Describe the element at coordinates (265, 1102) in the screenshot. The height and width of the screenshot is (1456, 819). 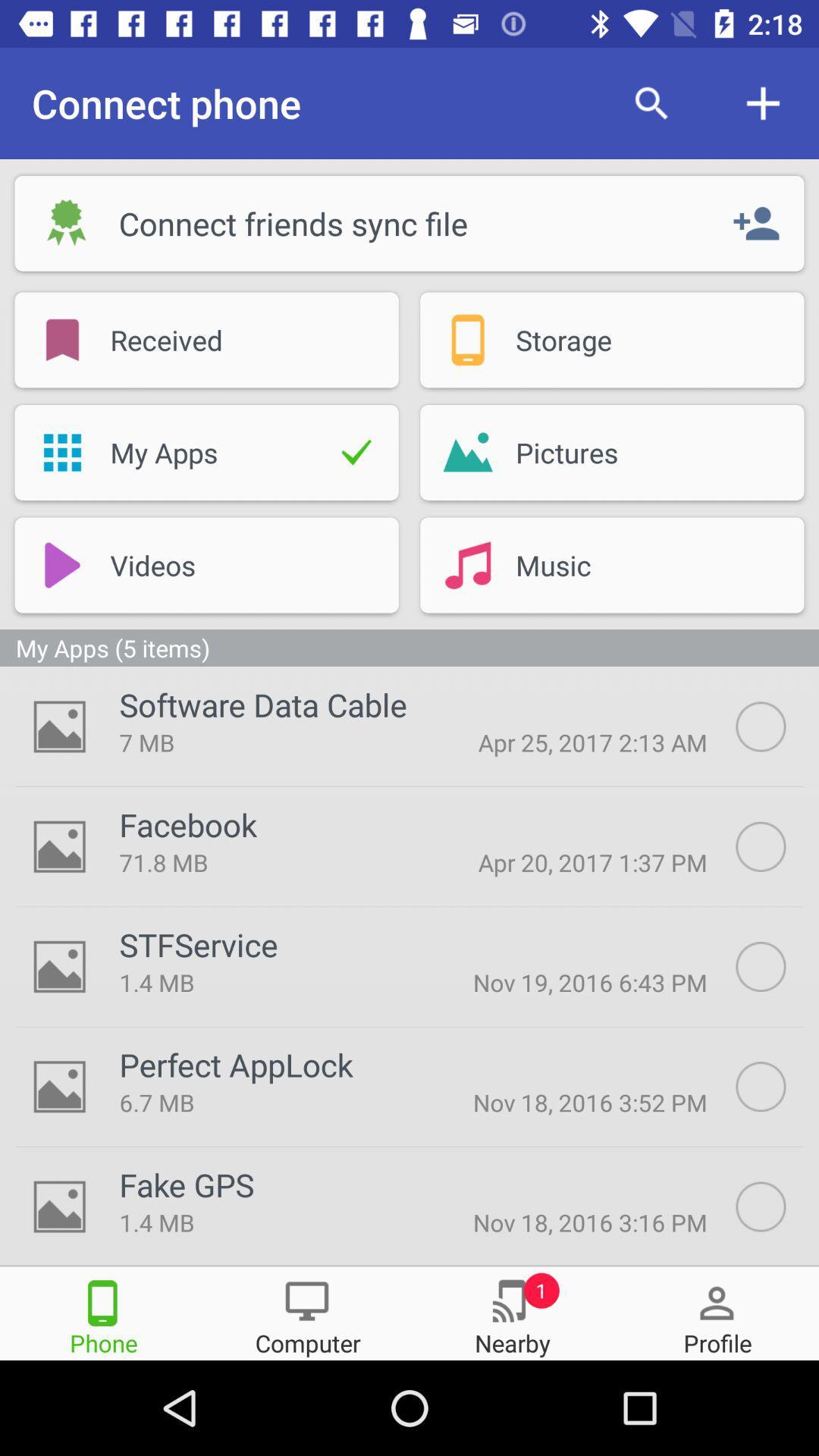
I see `item next to the nov 18 2016 icon` at that location.